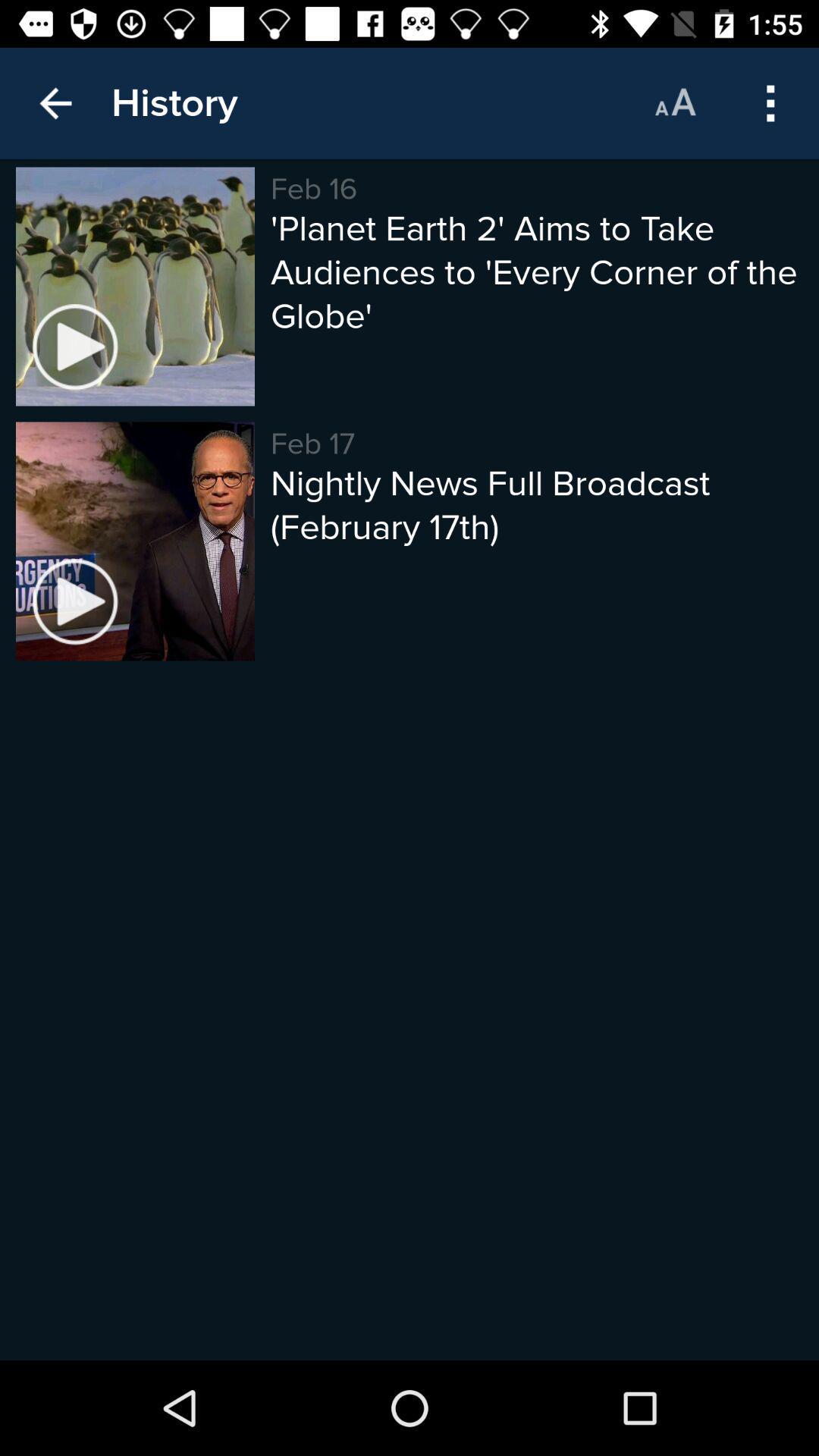 Image resolution: width=819 pixels, height=1456 pixels. I want to click on move to the icon which is right to the history, so click(674, 103).